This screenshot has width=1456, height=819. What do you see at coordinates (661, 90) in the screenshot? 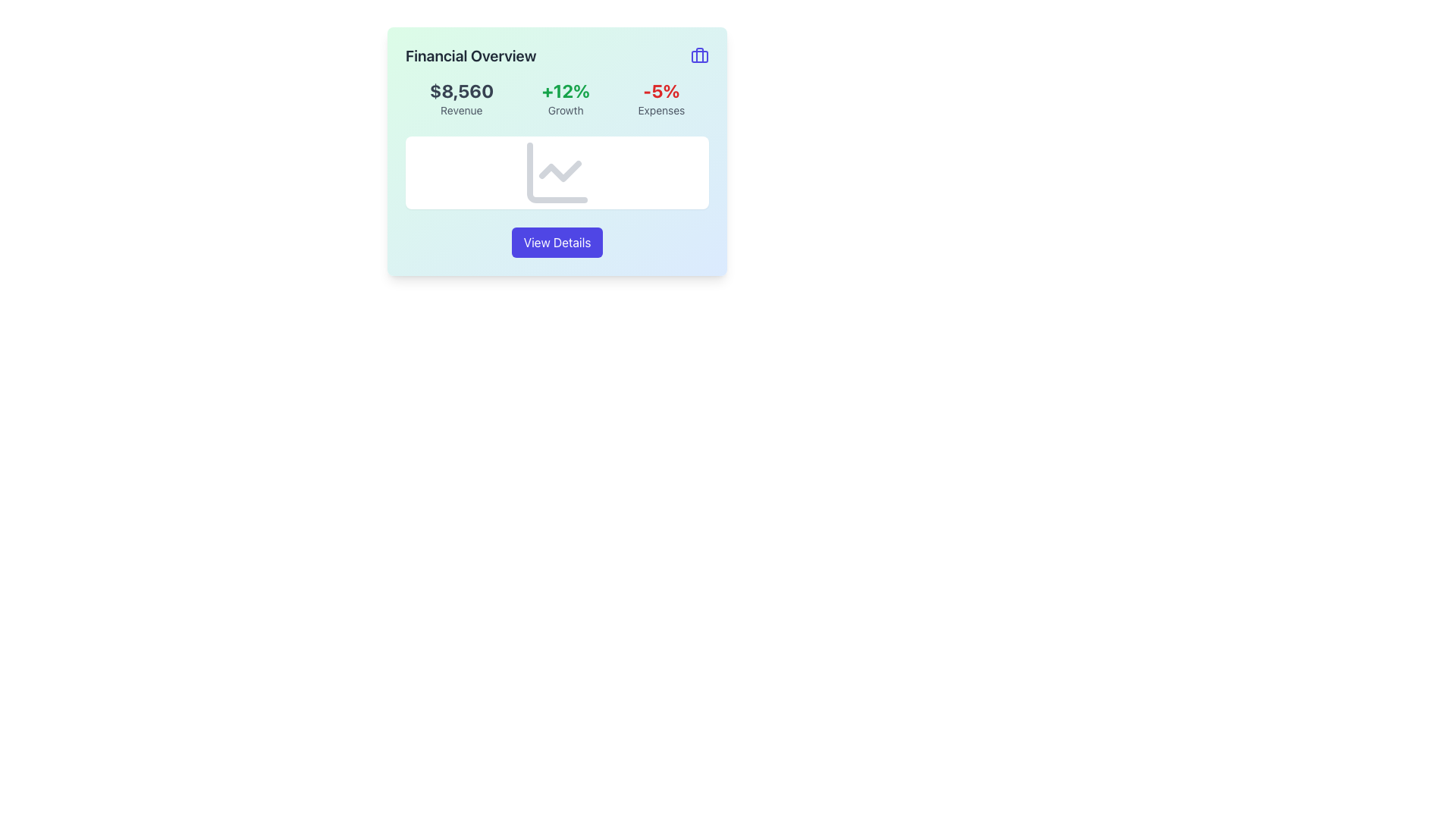
I see `the Text label in the upper-right corner of the 'Financial Overview' card, which indicates a percentage value related to expenses` at bounding box center [661, 90].